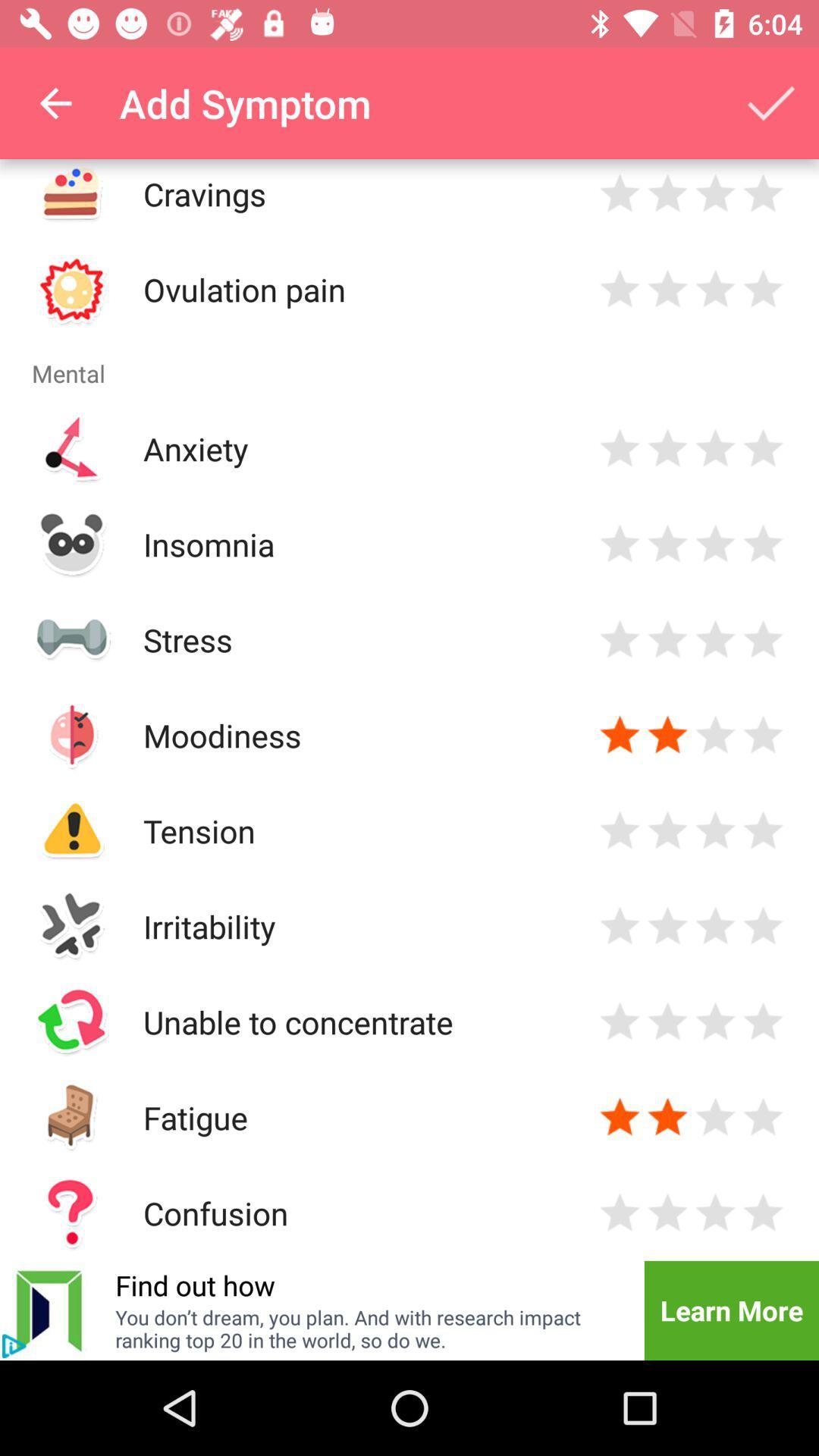 The height and width of the screenshot is (1456, 819). Describe the element at coordinates (763, 1021) in the screenshot. I see `rate 4 stars` at that location.